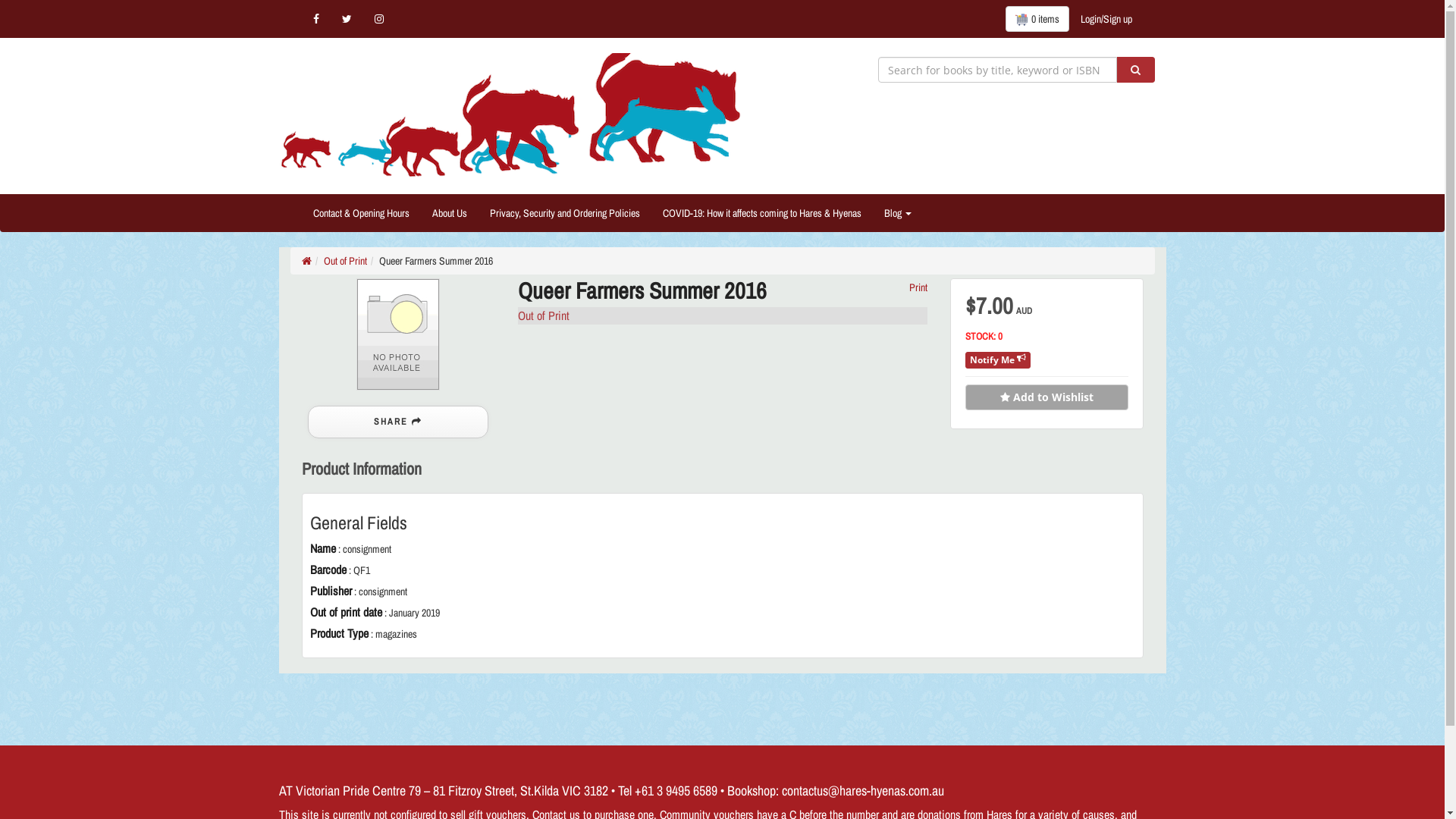  Describe the element at coordinates (1106, 18) in the screenshot. I see `'Login/Sign up'` at that location.